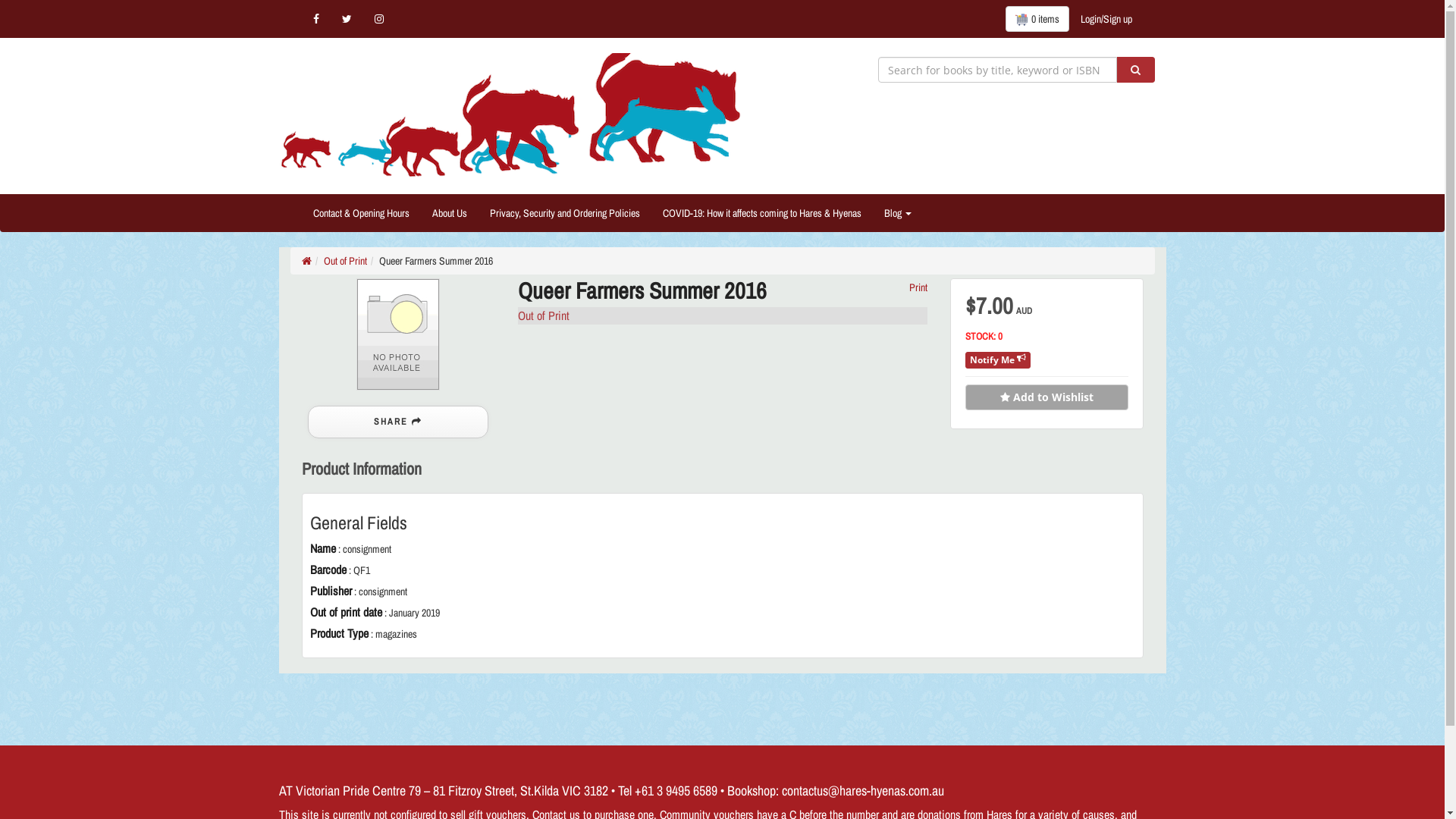  Describe the element at coordinates (1106, 18) in the screenshot. I see `'Login/Sign up'` at that location.